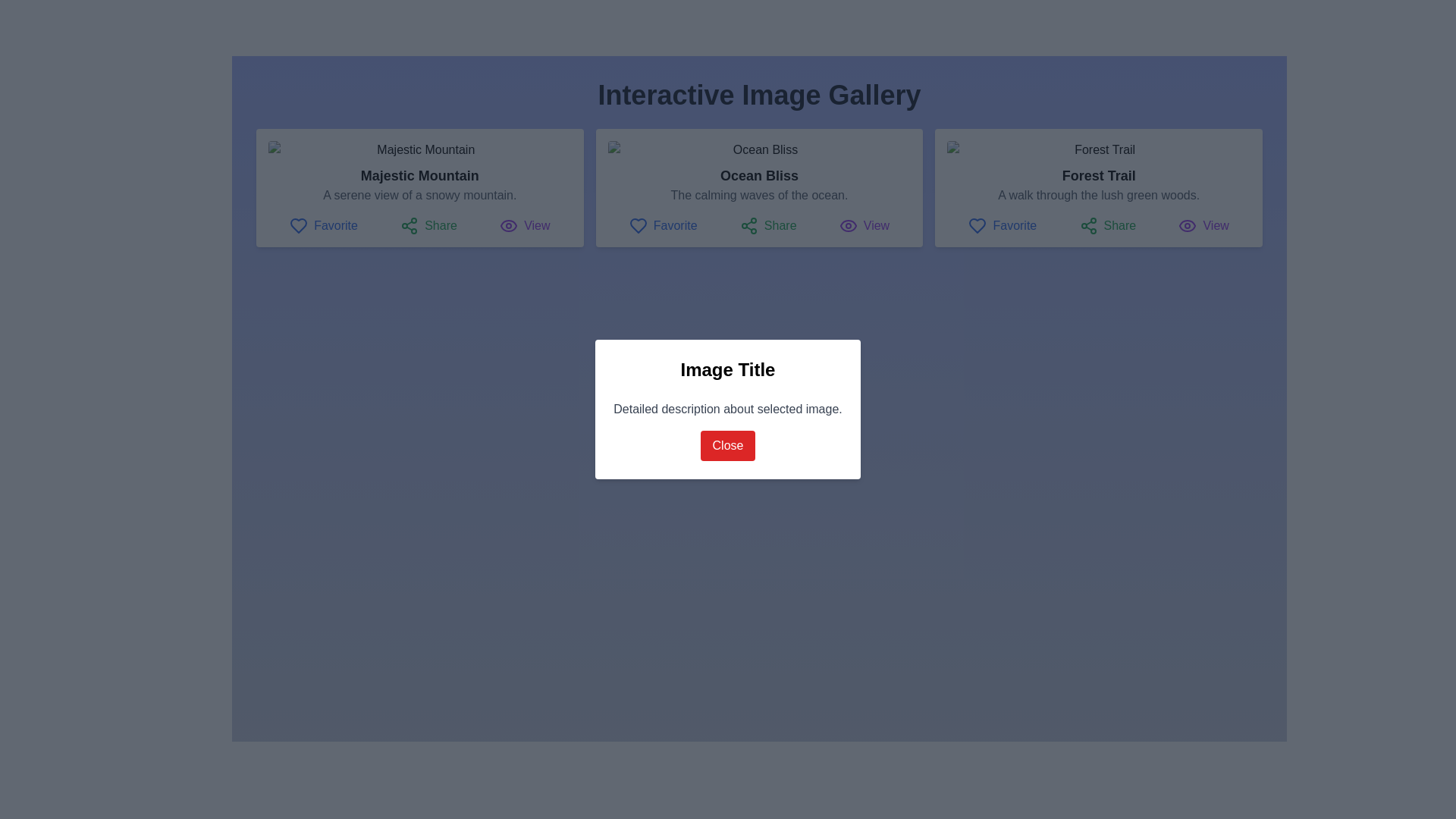  I want to click on the 'Share' button located in the second section from the left under the header 'Forest Trail', so click(1107, 225).